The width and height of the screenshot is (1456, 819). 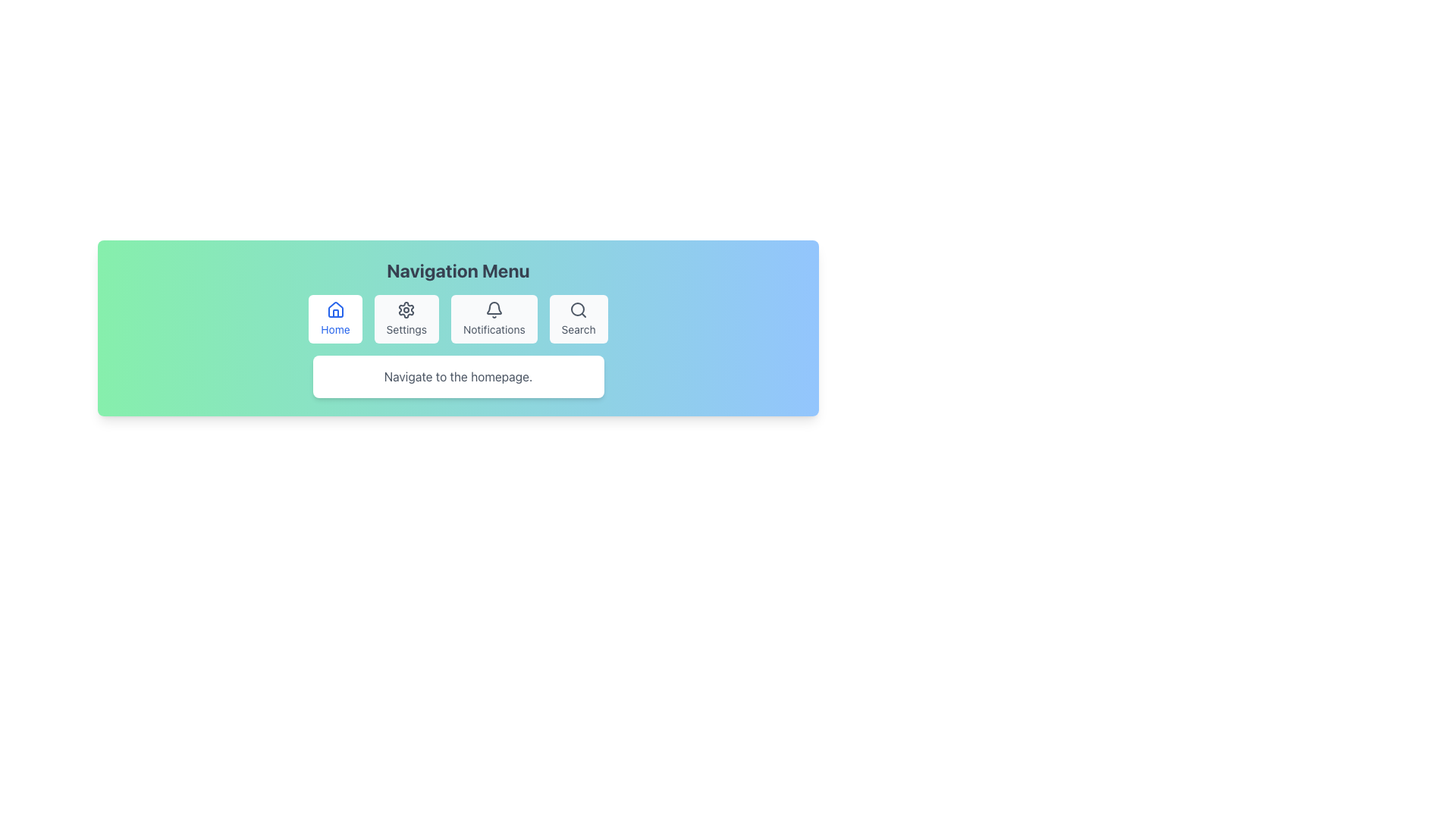 I want to click on the 'Search' button with a light gray background and magnifying glass icon, so click(x=578, y=318).